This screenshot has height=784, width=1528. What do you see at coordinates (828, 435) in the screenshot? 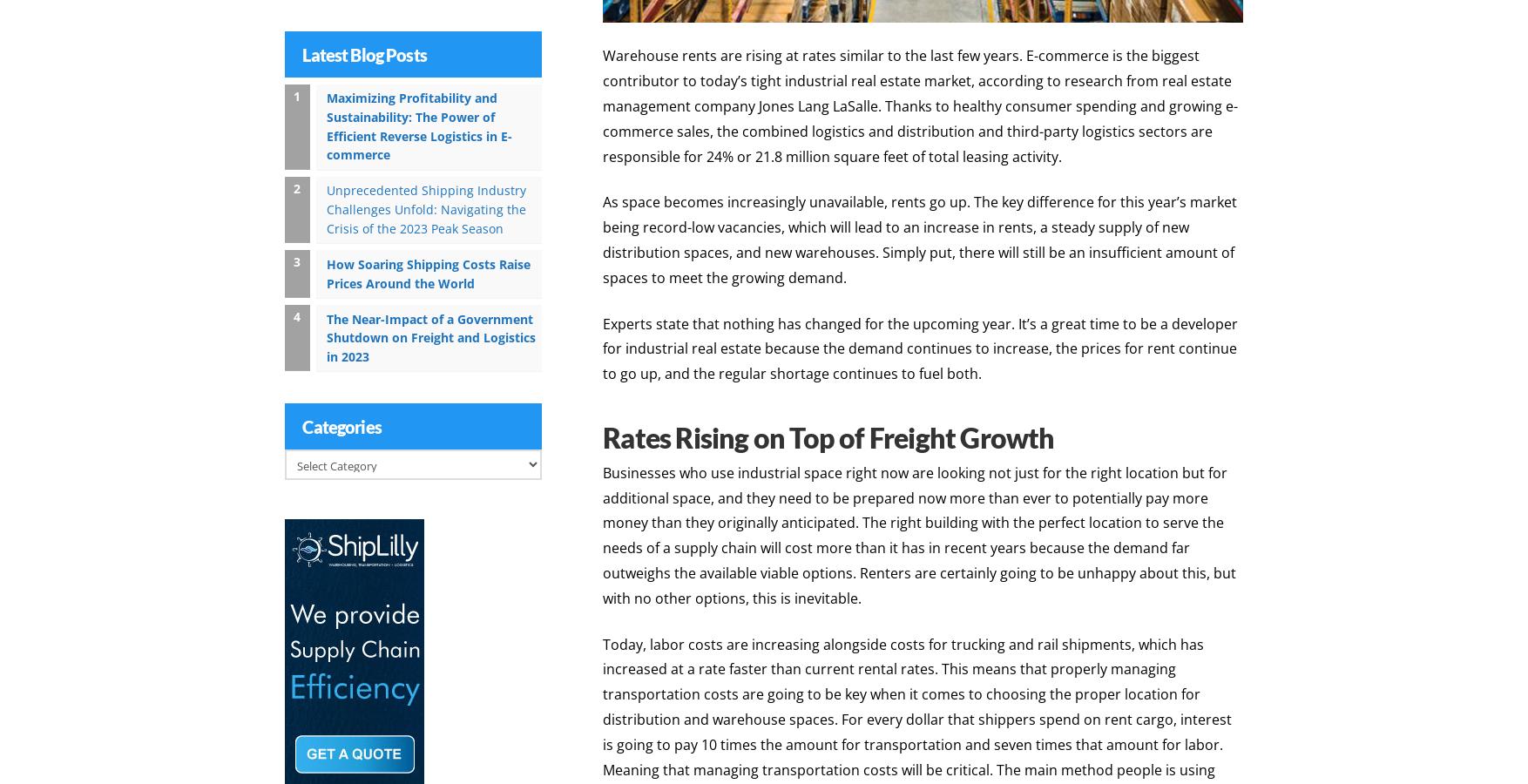
I see `'Rates Rising on Top of Freight Growth'` at bounding box center [828, 435].